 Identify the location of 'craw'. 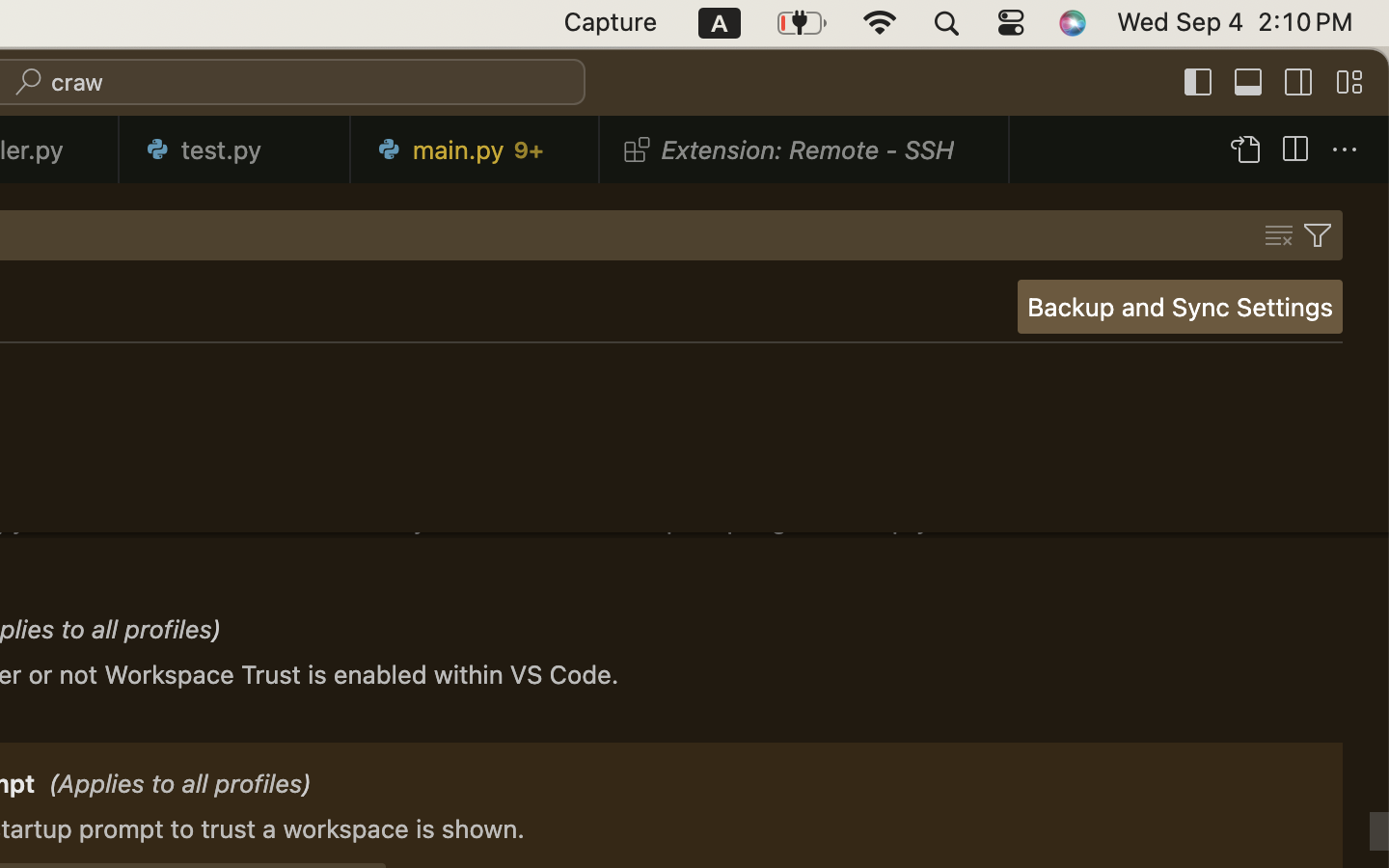
(77, 82).